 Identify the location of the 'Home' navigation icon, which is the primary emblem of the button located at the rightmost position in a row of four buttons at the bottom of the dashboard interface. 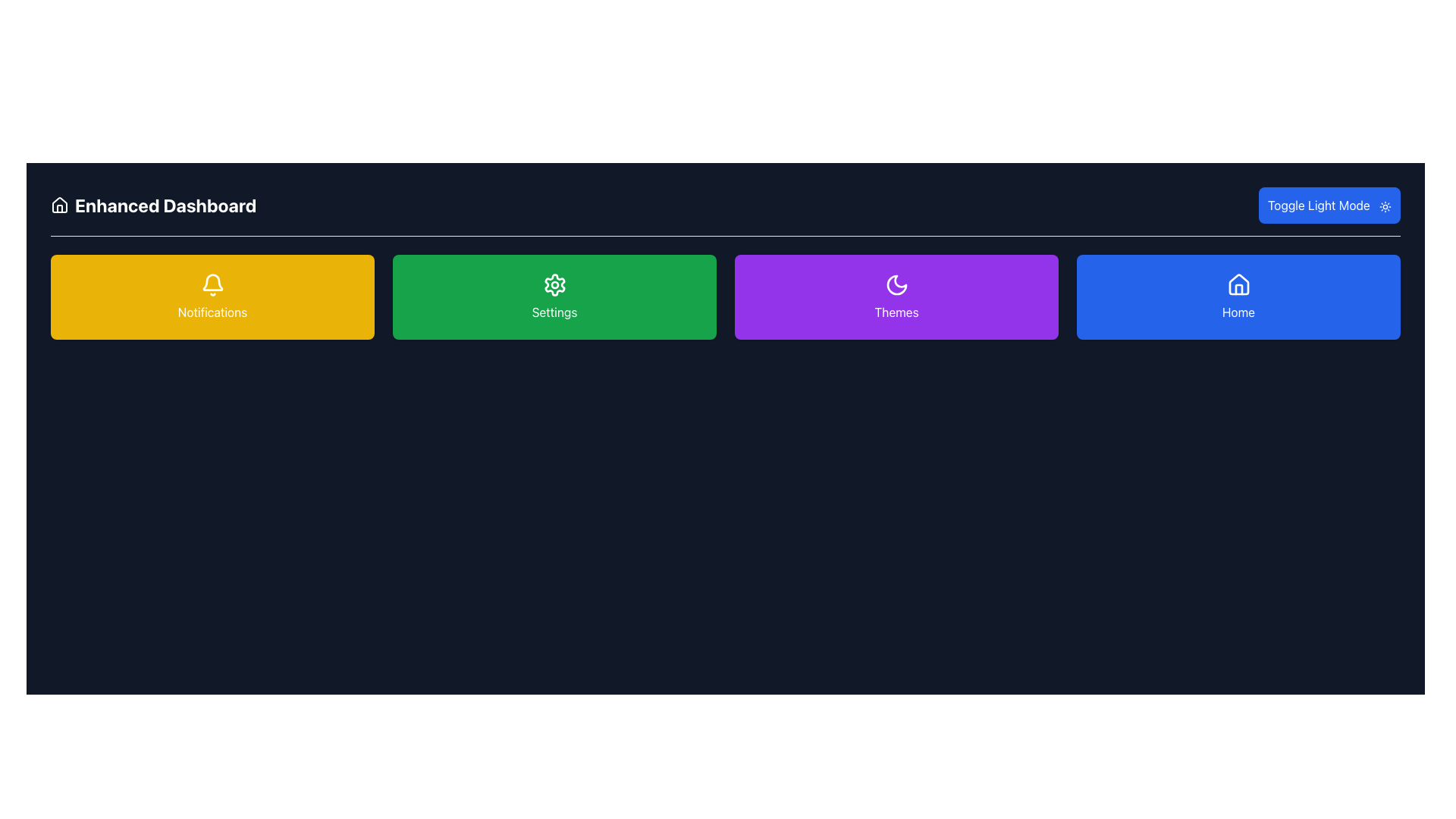
(1238, 284).